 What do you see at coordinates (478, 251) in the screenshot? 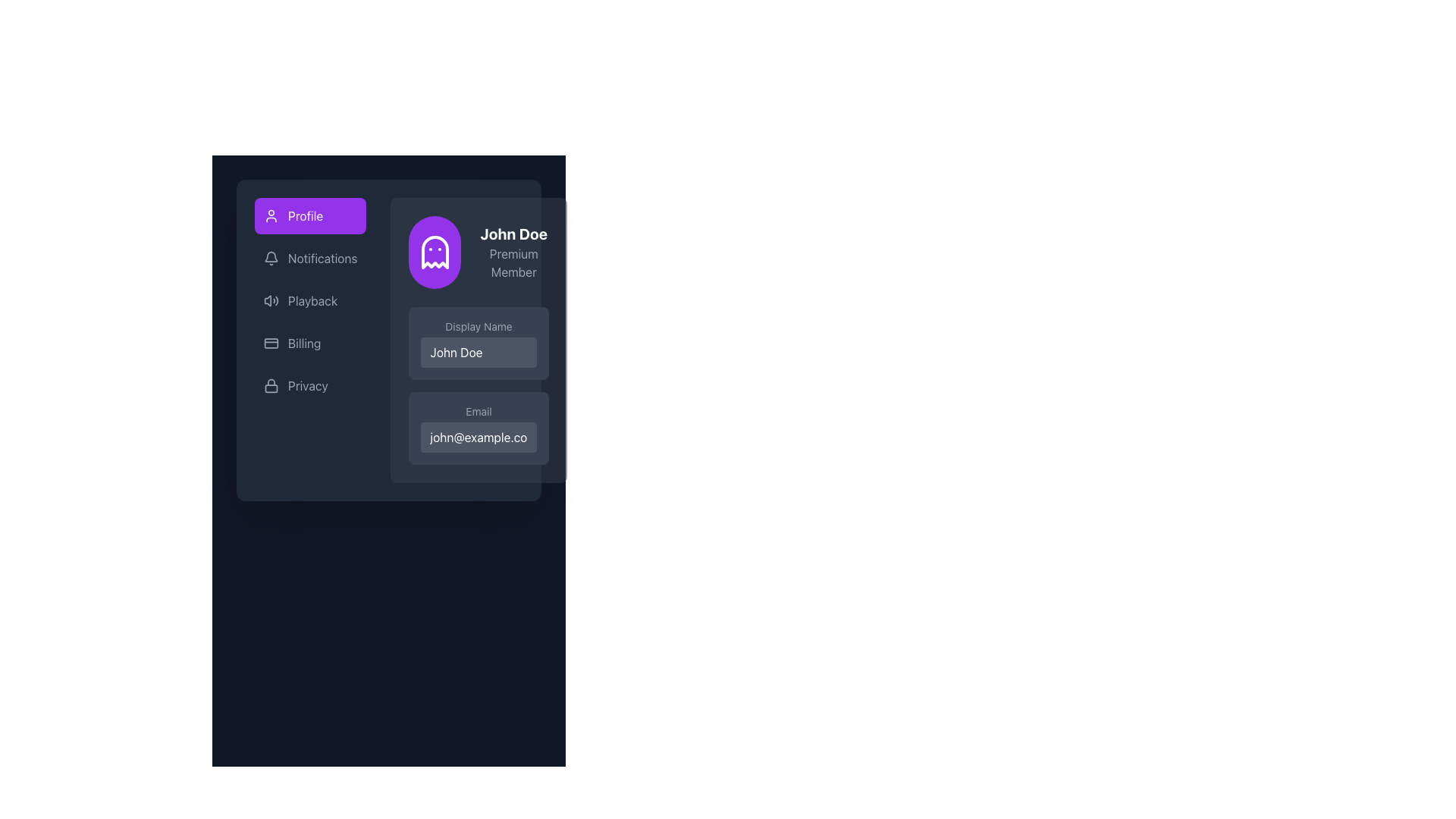
I see `the Profile Summary Section located on the right side of the interface, which displays the user's identity` at bounding box center [478, 251].